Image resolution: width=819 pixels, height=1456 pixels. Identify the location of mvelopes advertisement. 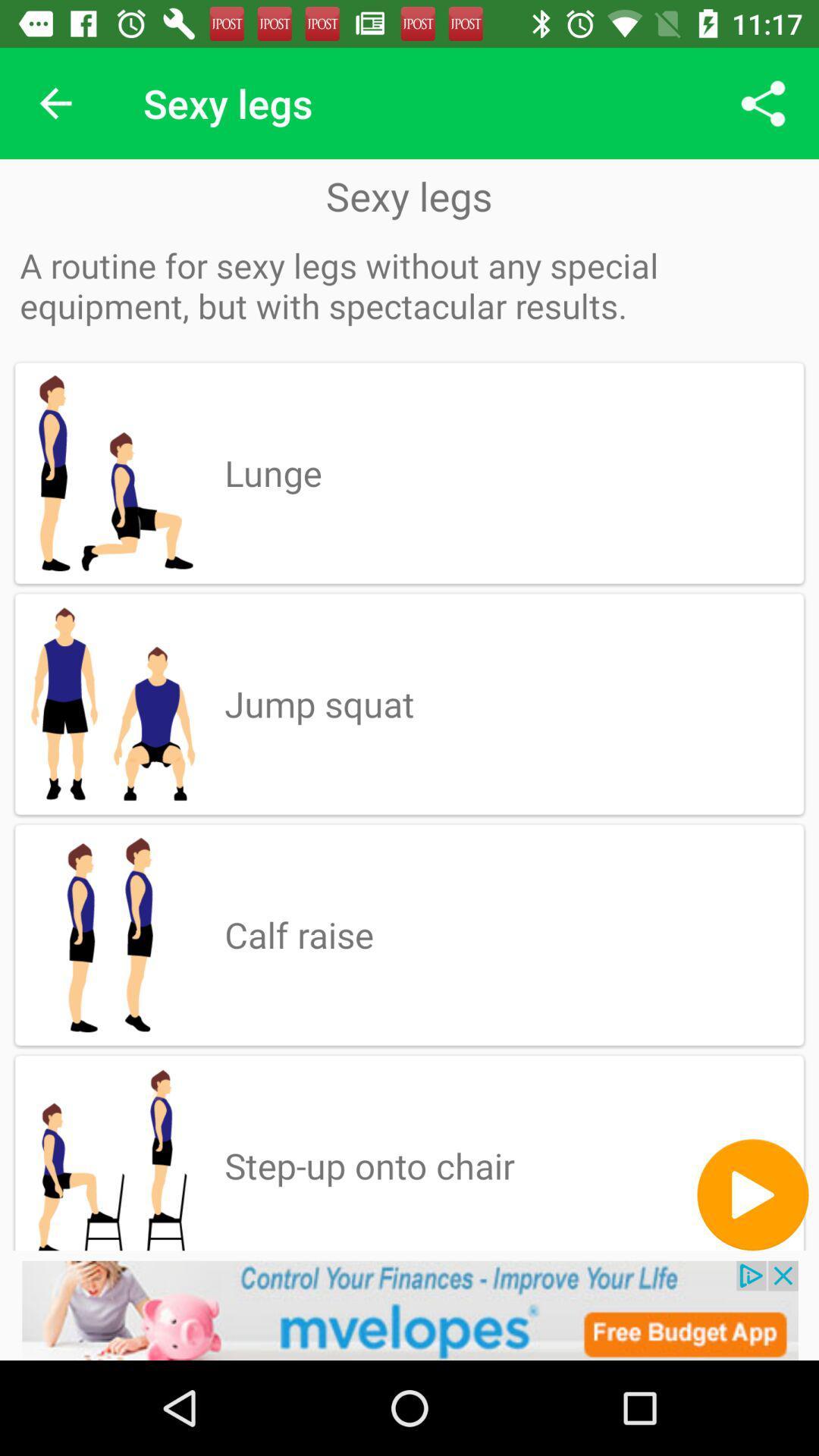
(409, 1310).